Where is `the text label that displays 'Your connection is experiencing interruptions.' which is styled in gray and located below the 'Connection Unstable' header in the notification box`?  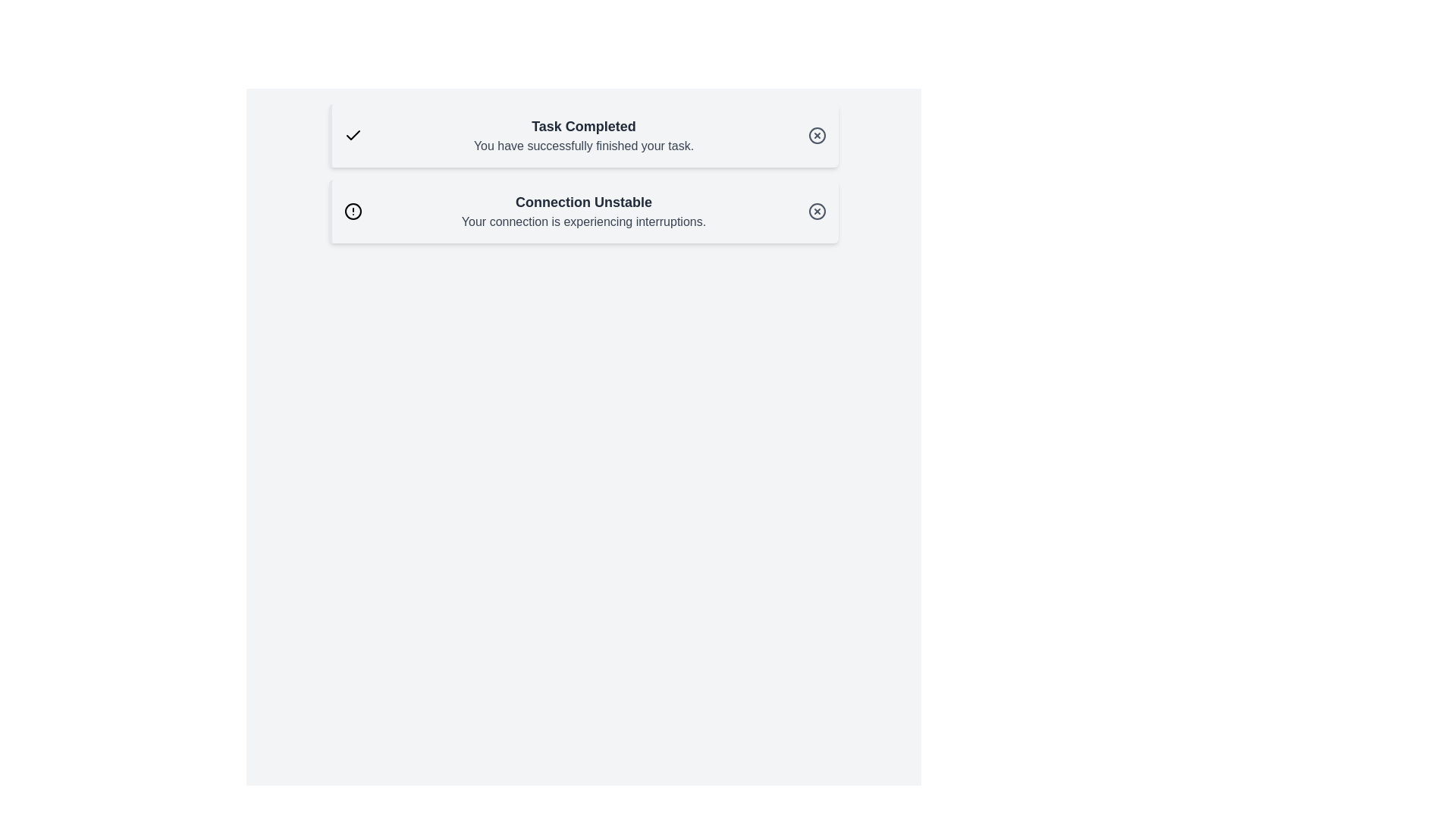 the text label that displays 'Your connection is experiencing interruptions.' which is styled in gray and located below the 'Connection Unstable' header in the notification box is located at coordinates (582, 222).